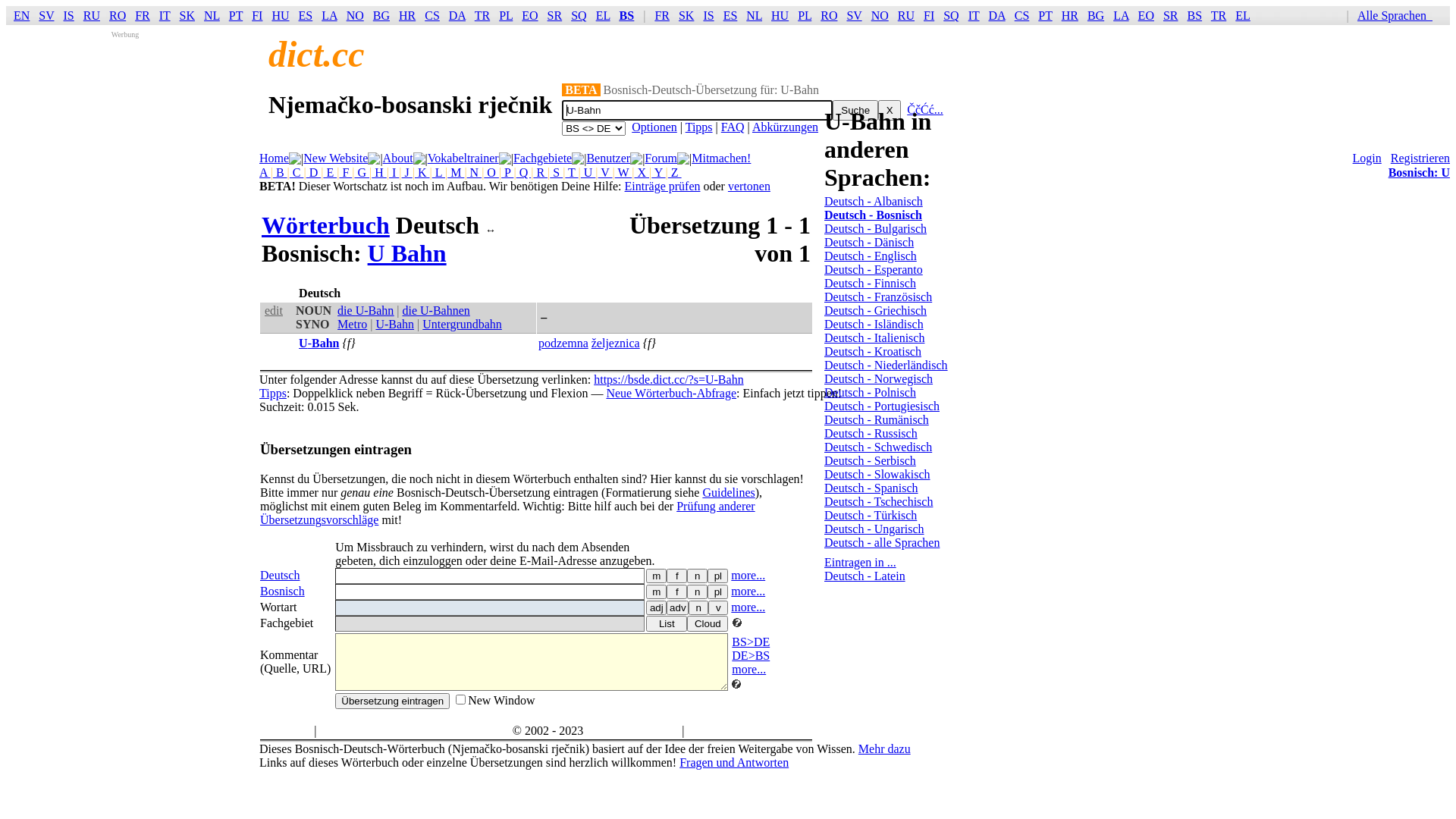 Image resolution: width=1456 pixels, height=819 pixels. What do you see at coordinates (454, 171) in the screenshot?
I see `'M'` at bounding box center [454, 171].